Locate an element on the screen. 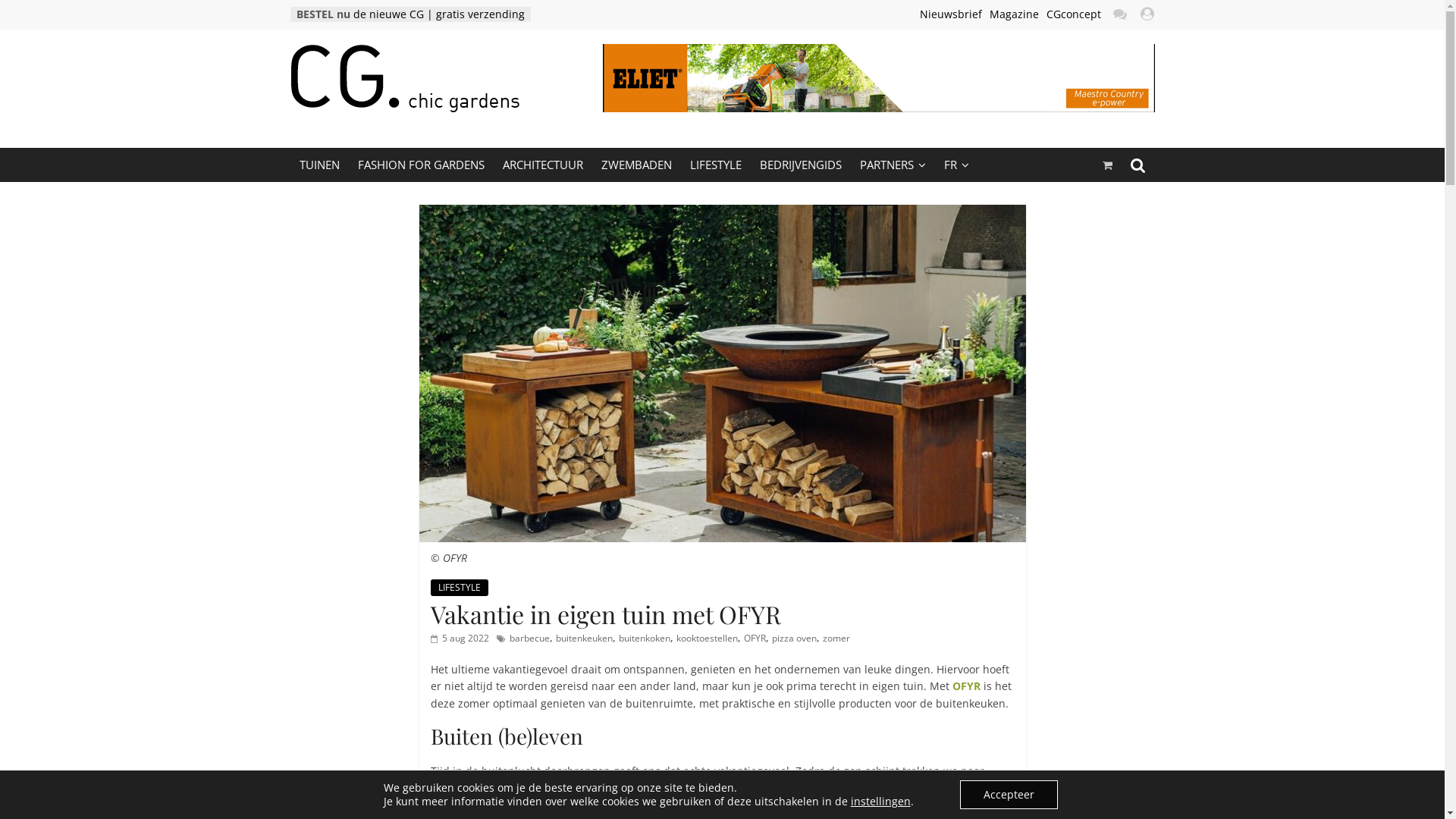 Image resolution: width=1456 pixels, height=819 pixels. 'buitenkoken' is located at coordinates (644, 638).